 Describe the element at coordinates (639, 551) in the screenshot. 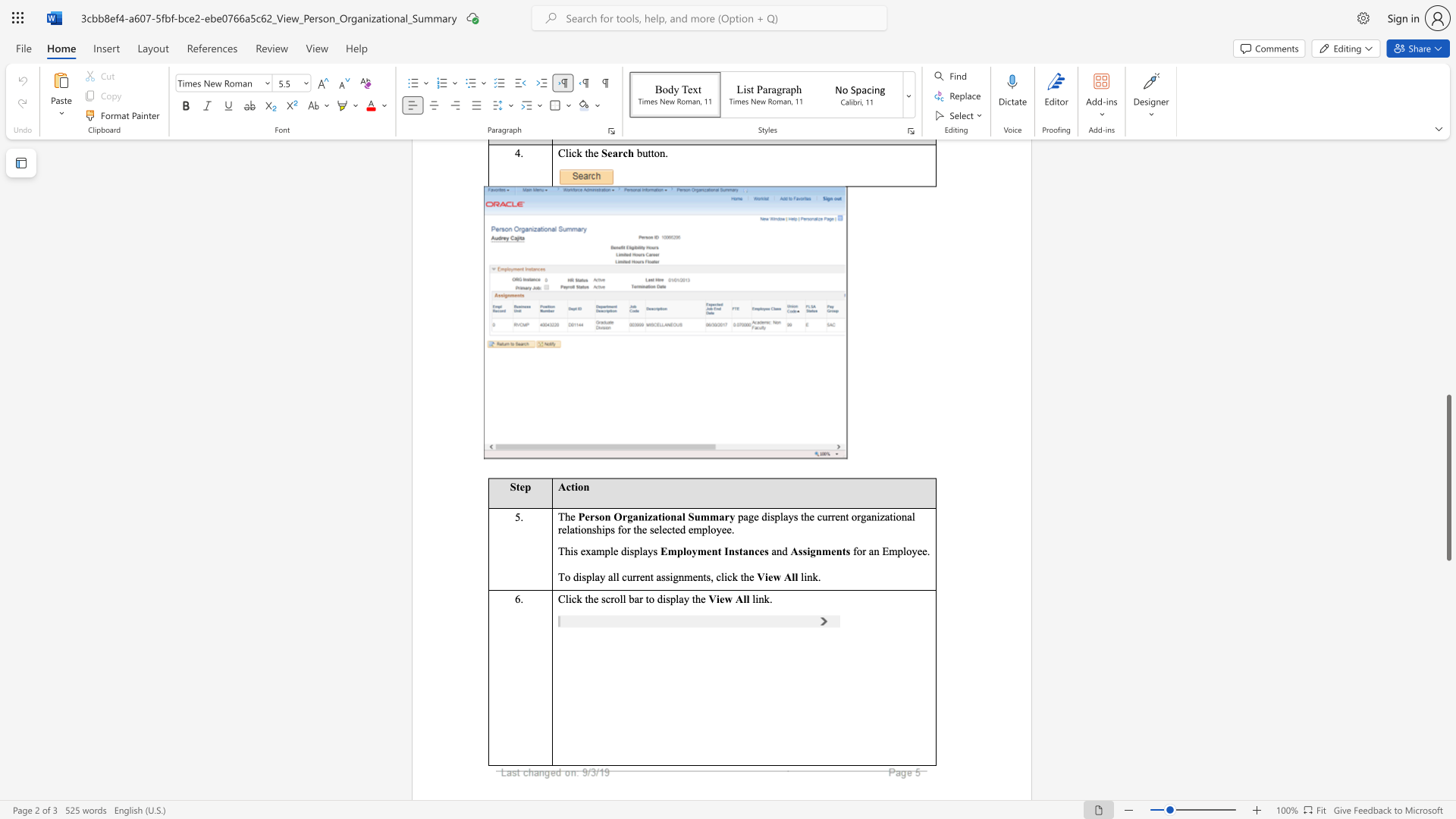

I see `the subset text "la" within the text "This example displays"` at that location.